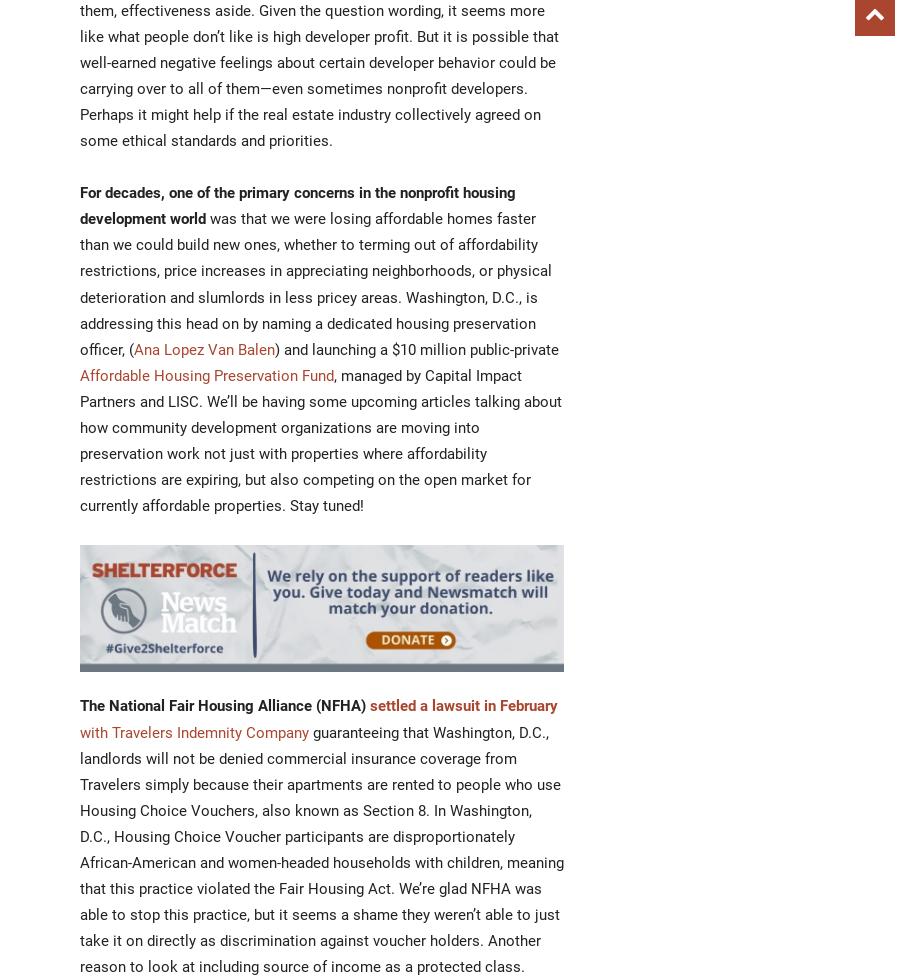  Describe the element at coordinates (79, 453) in the screenshot. I see `'We’ll be having some upcoming articles talking about how community development organizations are moving into preservation work not just with properties where affordability restrictions are expiring, but also competing on the open market for currently affordable properties. Stay tuned!'` at that location.